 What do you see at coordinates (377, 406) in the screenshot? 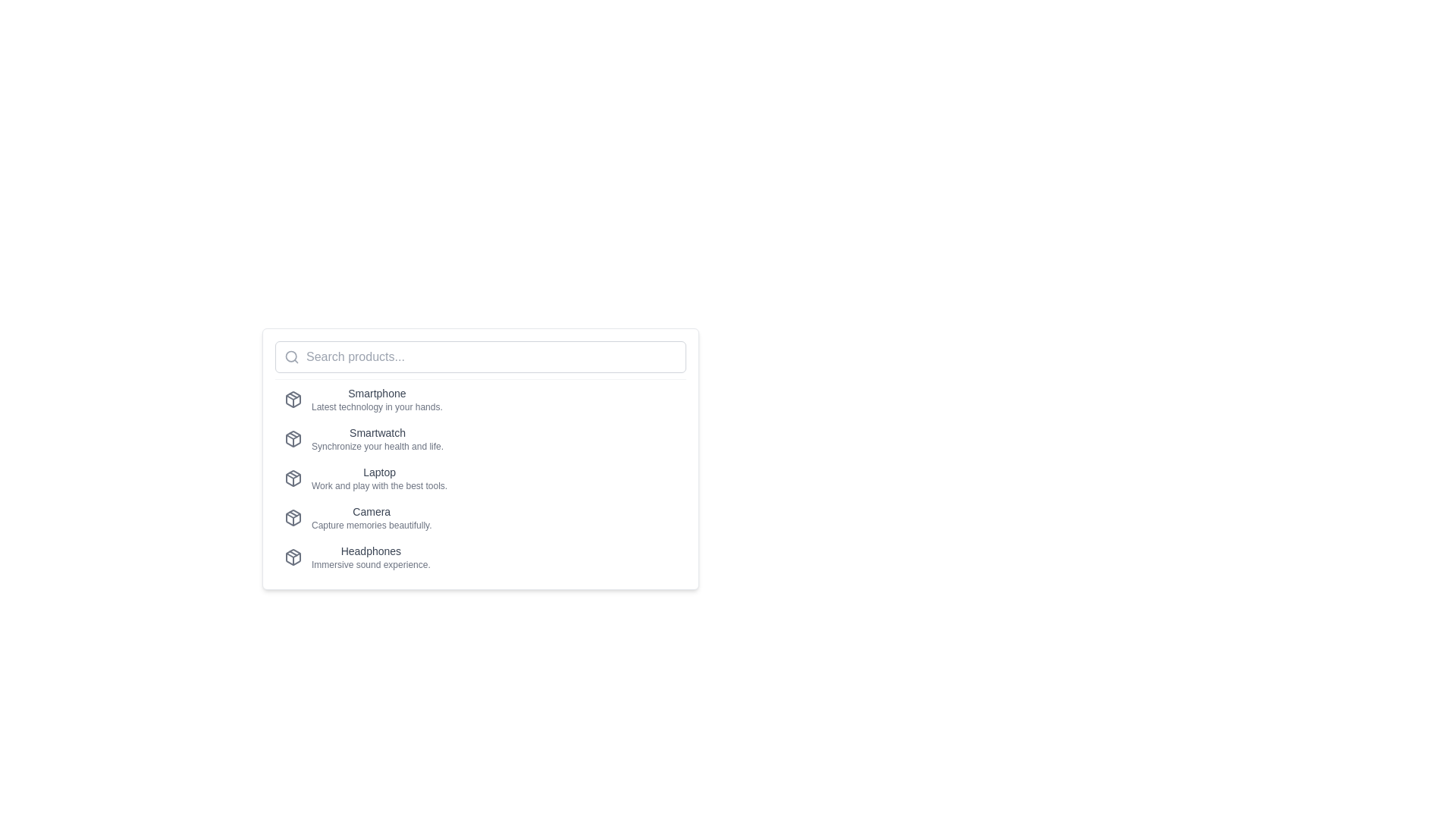
I see `the text label displaying 'Latest technology in your hands.' which is located below the bold text 'Smartphone.'` at bounding box center [377, 406].